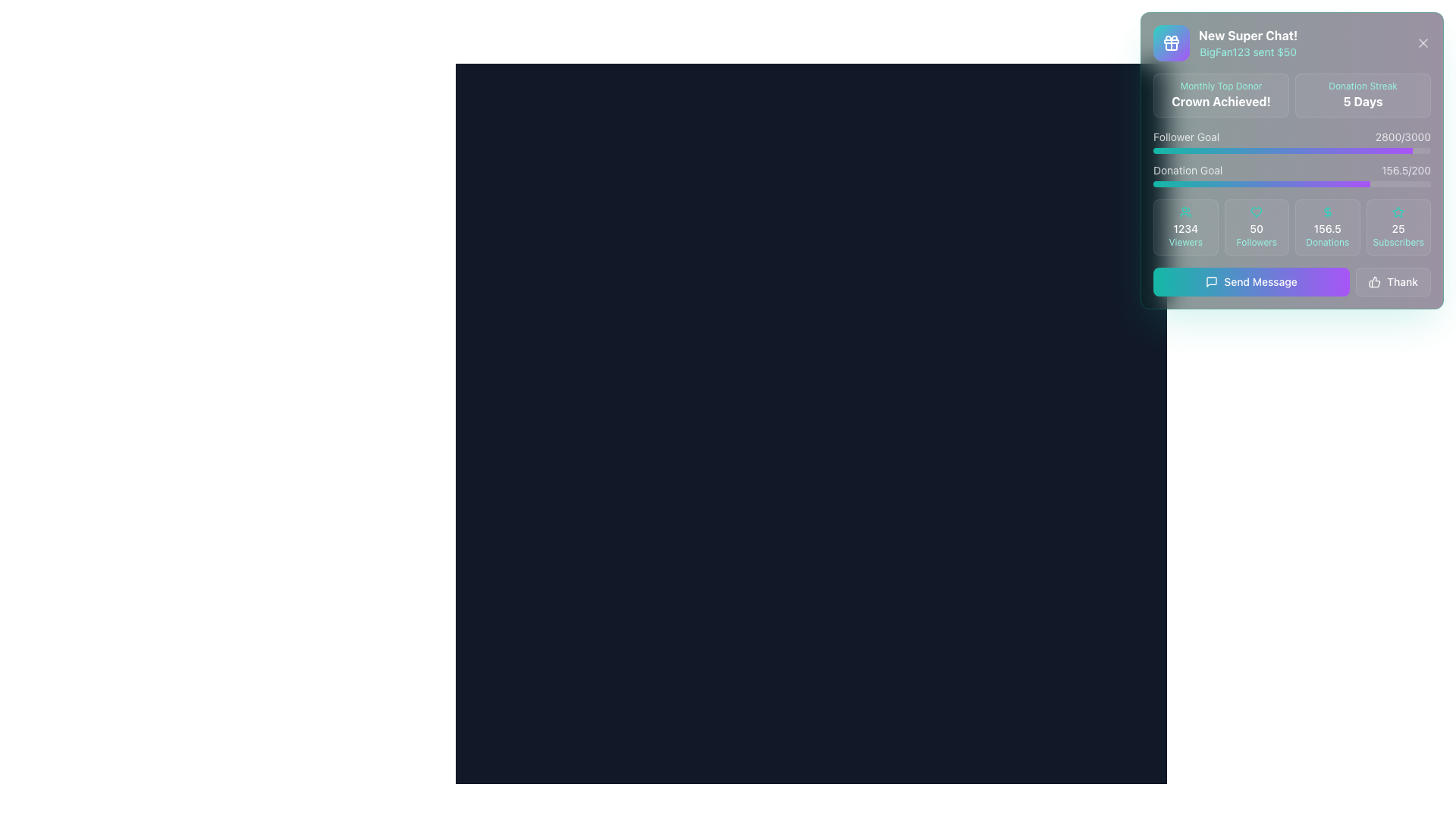 This screenshot has height=819, width=1456. What do you see at coordinates (1221, 102) in the screenshot?
I see `achievement title text label located just below the 'Monthly Top Donor' label in the user interface section, which is styled to emphasize its celebratory nature` at bounding box center [1221, 102].